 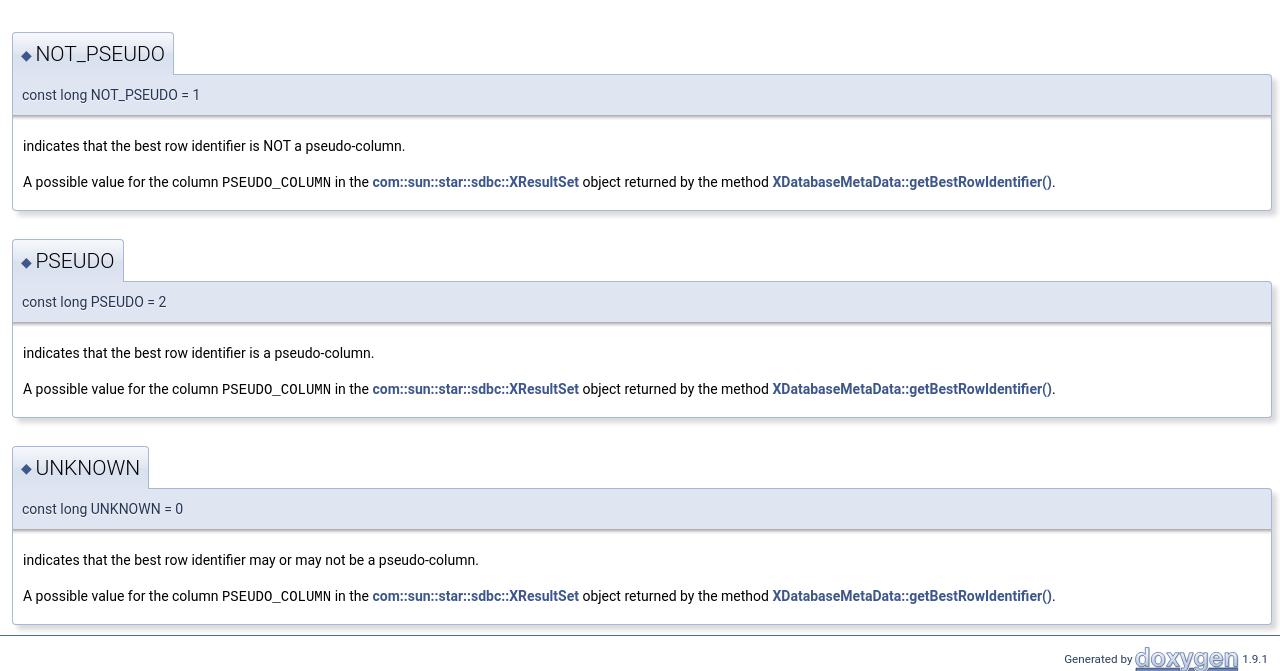 I want to click on 'indicates that the best row identifier is a pseudo-column.', so click(x=198, y=352).